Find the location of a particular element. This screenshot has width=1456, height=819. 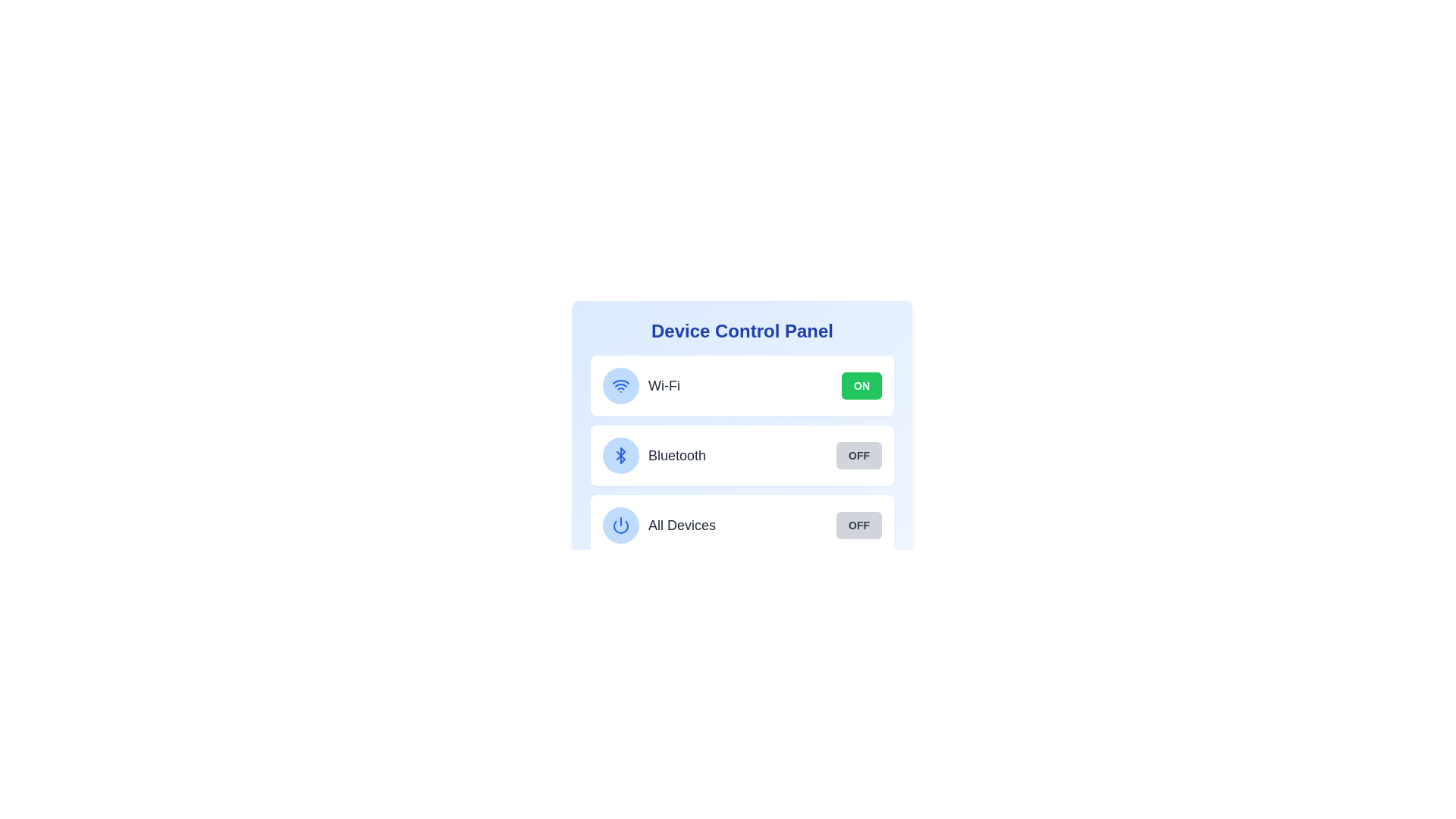

the Bluetooth icon, which is the second icon in the vertical arrangement within the control panel, situated below the Wi-Fi icon and above the All Devices icon is located at coordinates (621, 455).